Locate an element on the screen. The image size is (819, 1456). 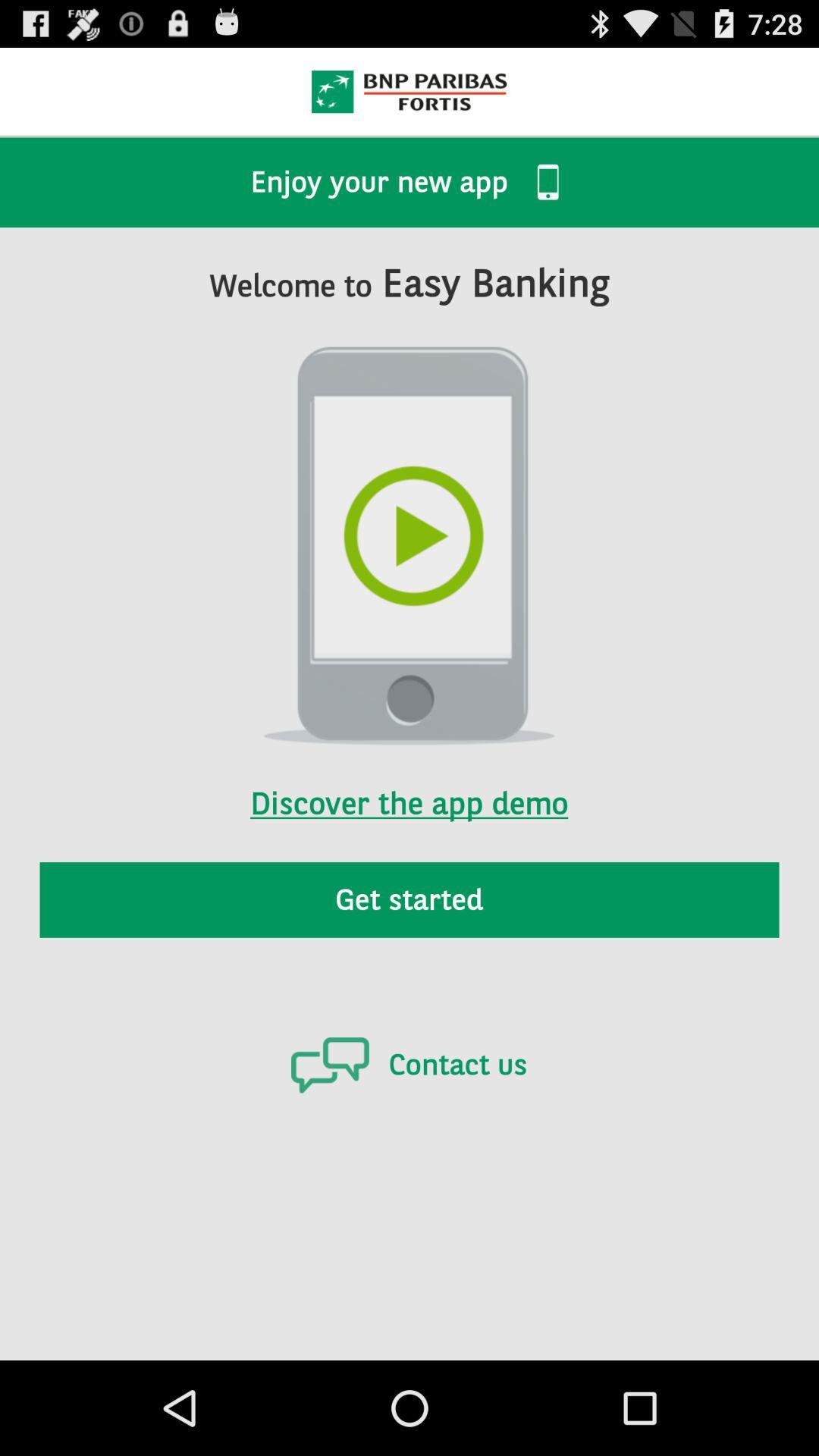
the get started is located at coordinates (409, 899).